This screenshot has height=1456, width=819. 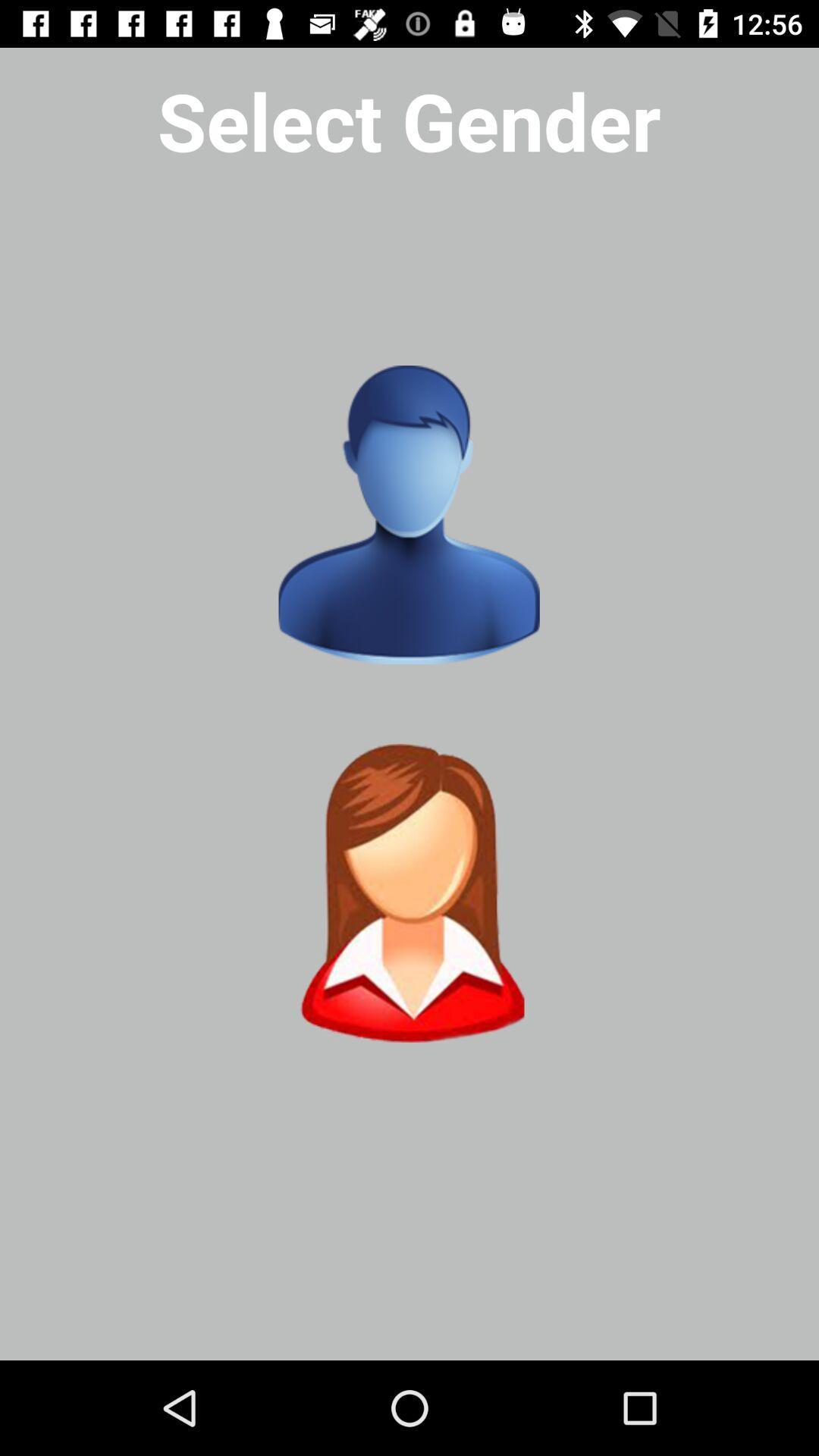 I want to click on pick male gender, so click(x=408, y=515).